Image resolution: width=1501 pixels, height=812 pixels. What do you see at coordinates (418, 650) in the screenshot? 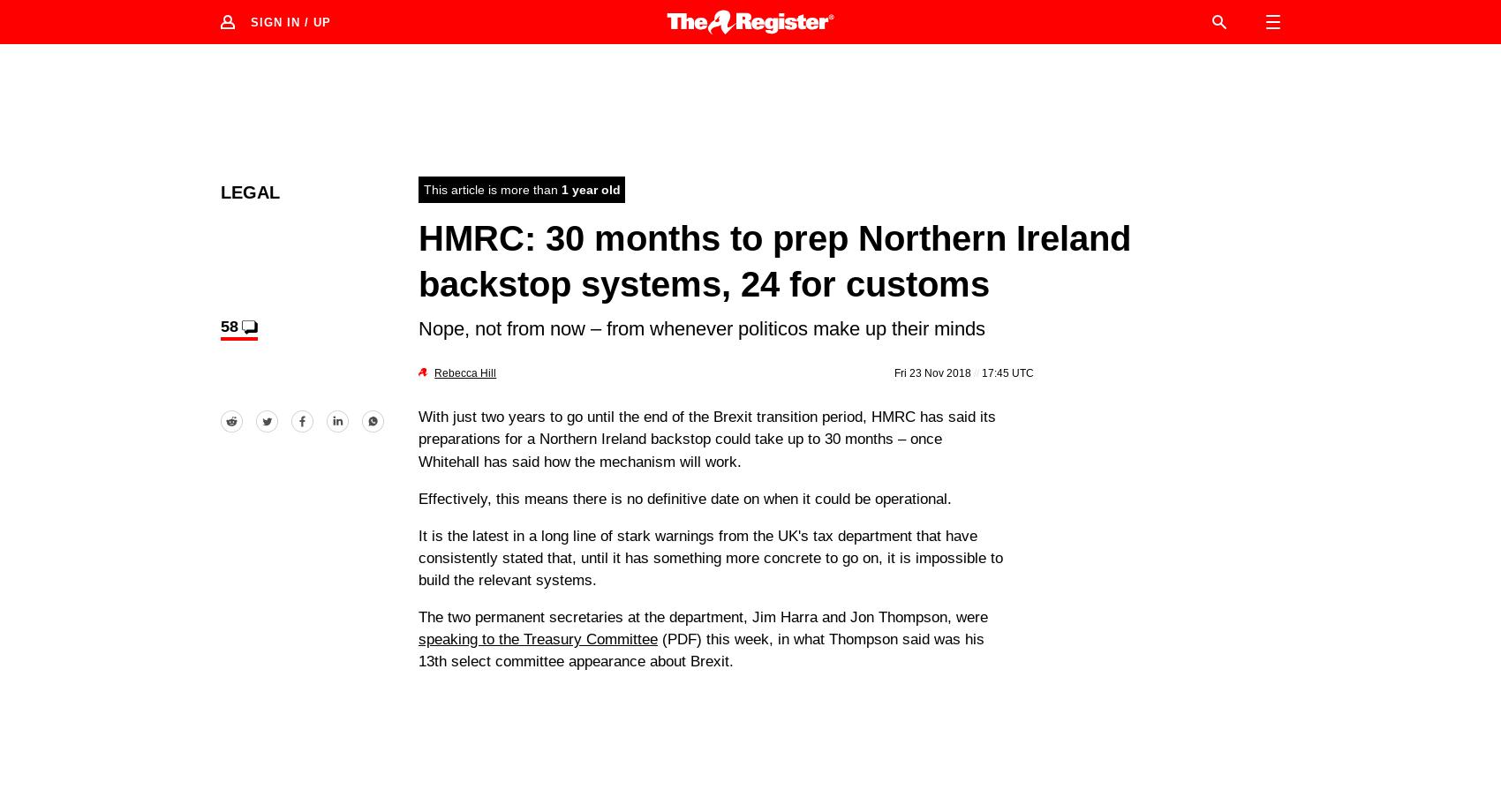
I see `'(PDF) this week, in what Thompson said was his 13th select committee appearance about Brexit.'` at bounding box center [418, 650].